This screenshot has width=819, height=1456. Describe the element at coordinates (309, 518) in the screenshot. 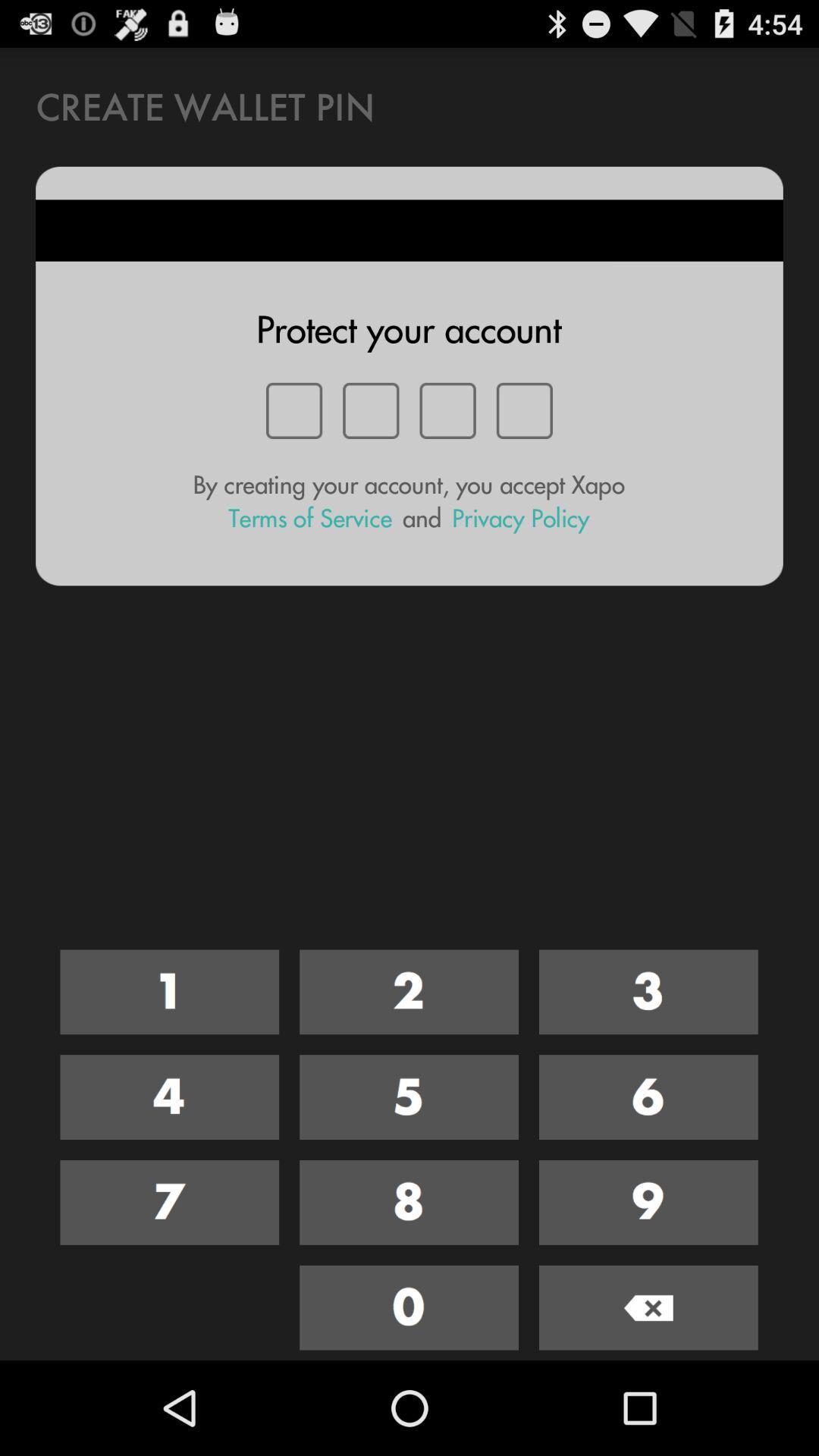

I see `icon next to the and icon` at that location.